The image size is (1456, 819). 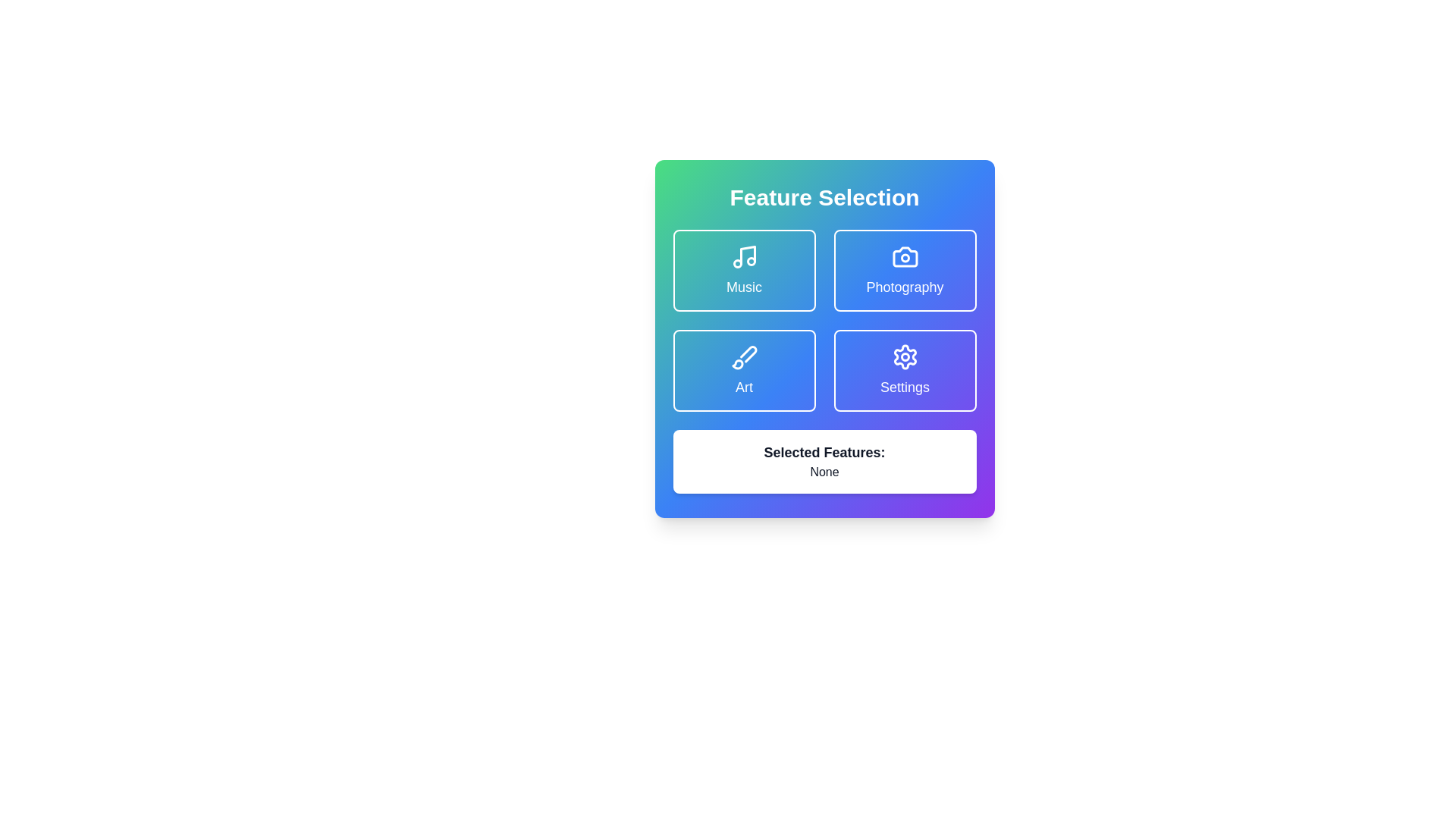 What do you see at coordinates (905, 356) in the screenshot?
I see `the gear icon, which is centered inside the rounded square settings button located at the bottom-right of the feature selection buttons` at bounding box center [905, 356].